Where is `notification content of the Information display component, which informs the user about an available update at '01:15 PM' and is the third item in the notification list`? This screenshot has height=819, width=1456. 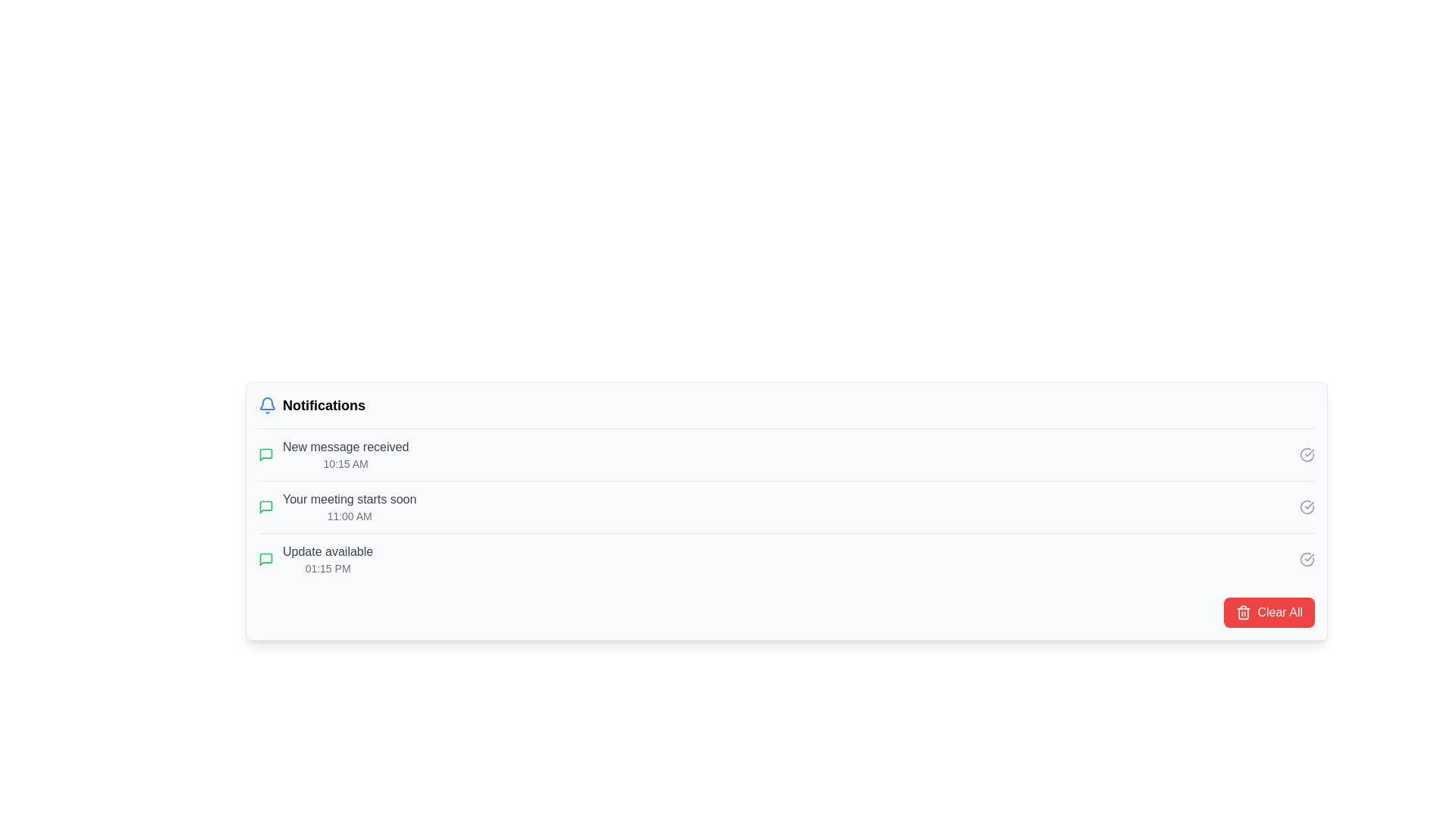 notification content of the Information display component, which informs the user about an available update at '01:15 PM' and is the third item in the notification list is located at coordinates (315, 559).